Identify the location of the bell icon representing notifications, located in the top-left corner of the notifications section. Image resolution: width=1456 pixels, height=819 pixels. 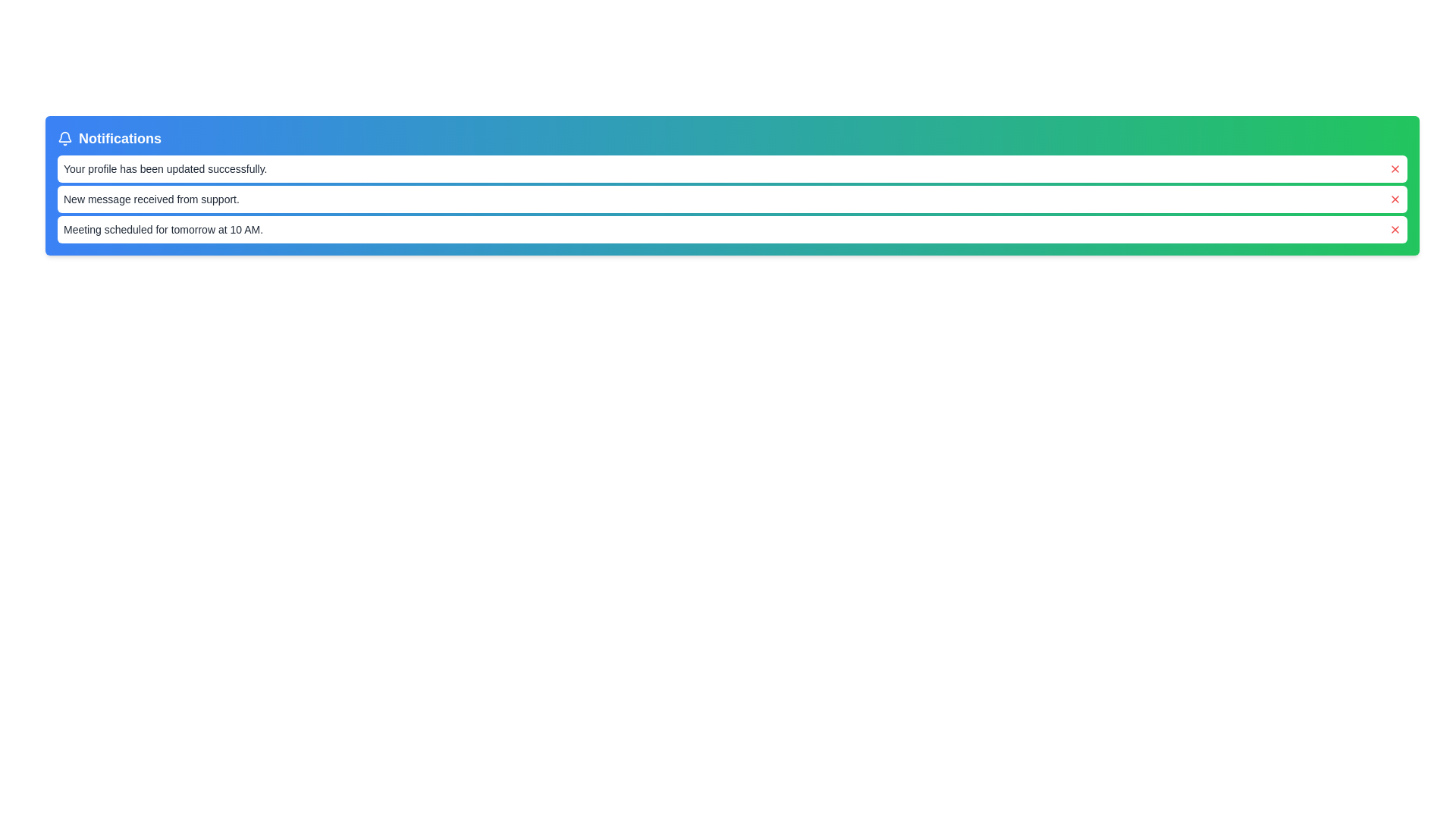
(64, 138).